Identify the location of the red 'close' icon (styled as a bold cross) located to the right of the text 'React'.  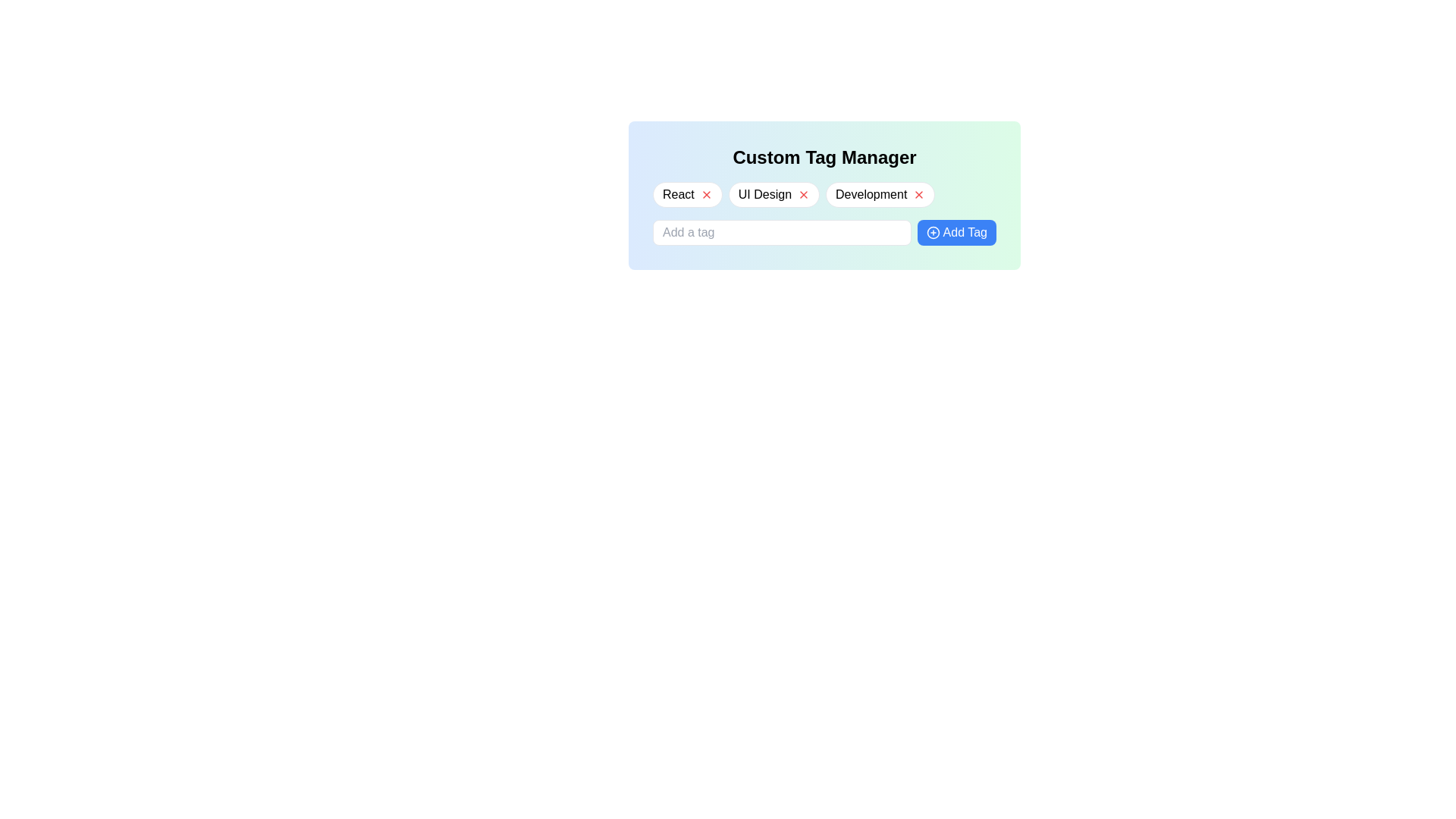
(705, 194).